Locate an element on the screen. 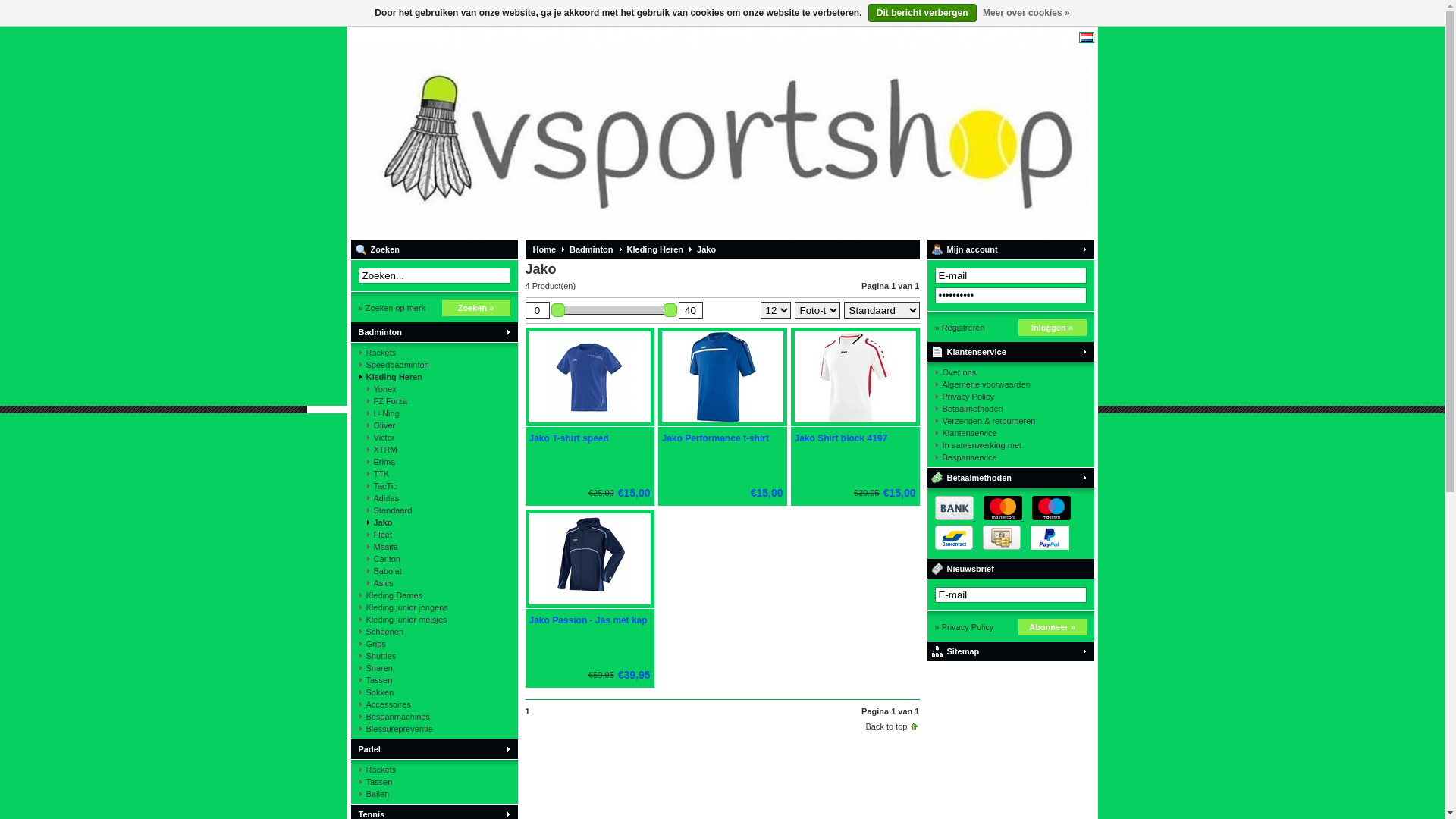 The width and height of the screenshot is (1456, 819). 'Padel' is located at coordinates (432, 748).